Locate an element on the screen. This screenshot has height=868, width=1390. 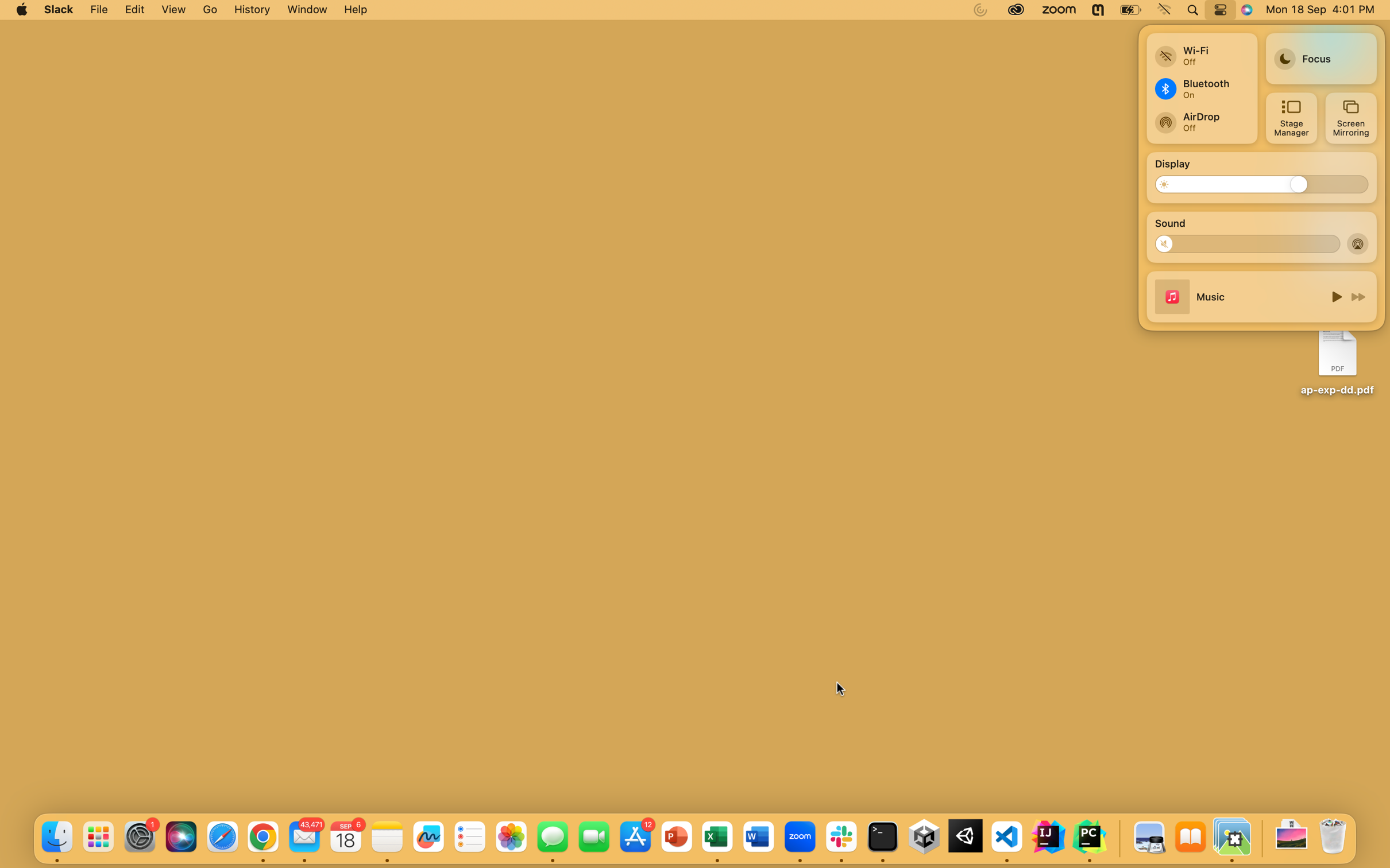
Cease the currently playing audio is located at coordinates (1334, 296).